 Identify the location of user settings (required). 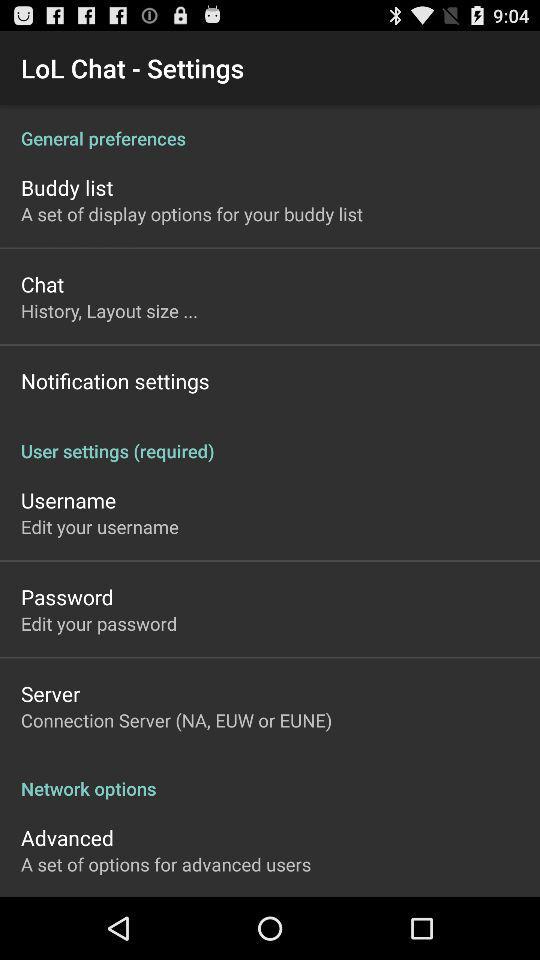
(270, 440).